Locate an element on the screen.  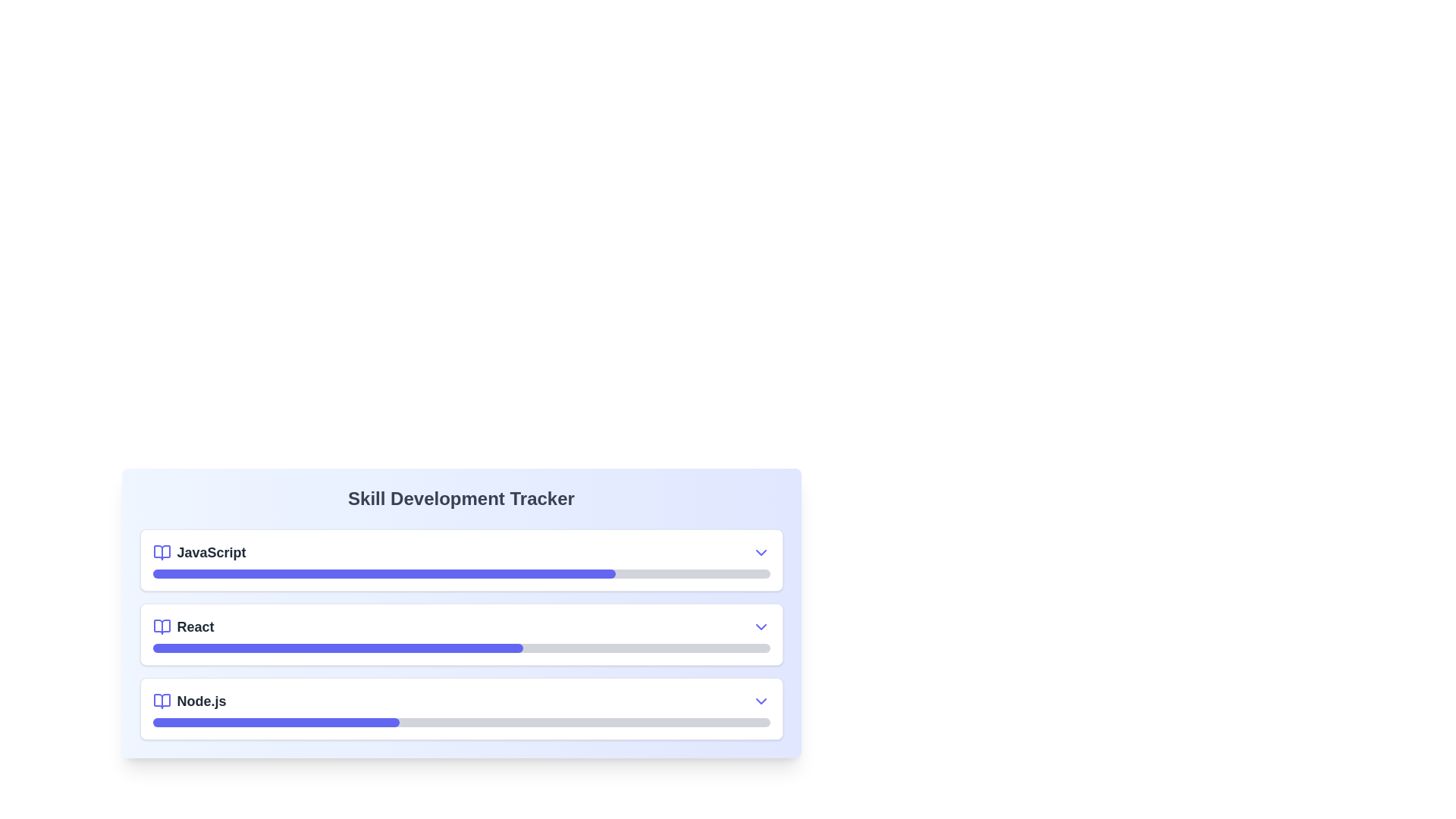
the progress bar is located at coordinates (276, 721).